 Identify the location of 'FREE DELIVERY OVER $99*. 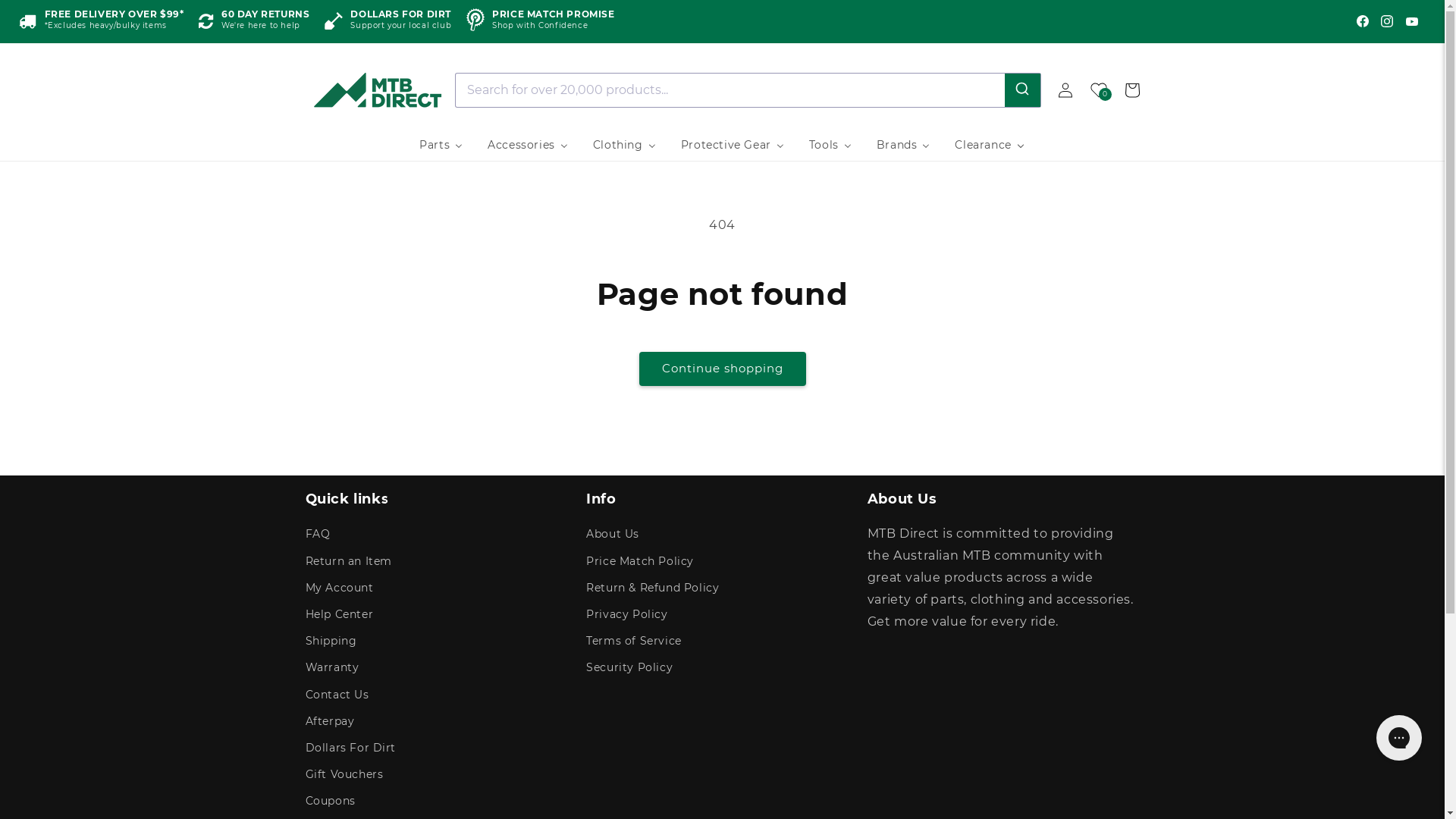
(18, 21).